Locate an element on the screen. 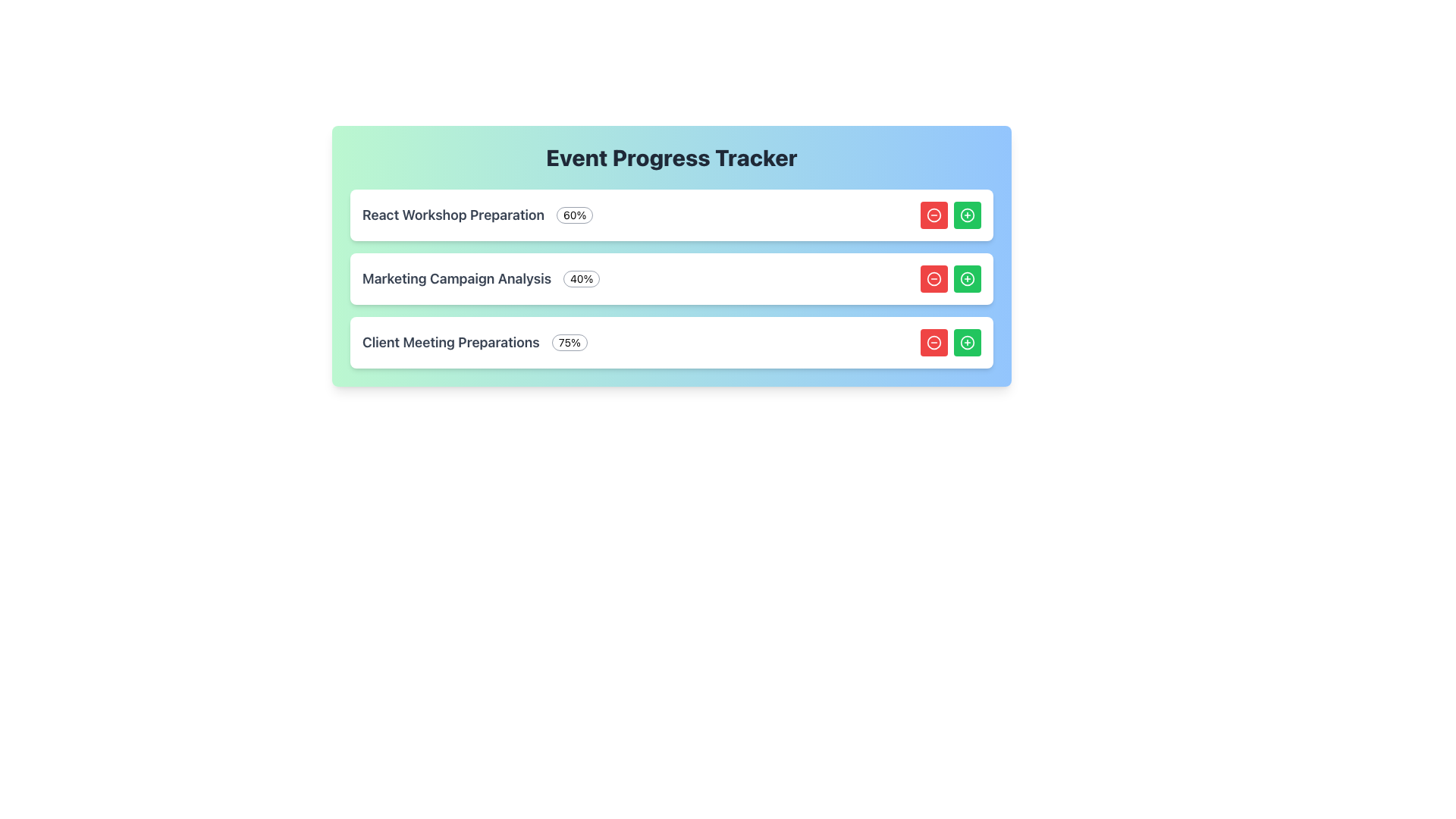 The width and height of the screenshot is (1456, 819). the red rectangular button with a white circular minus icon, located to the left of the green button in the 'React Workshop Preparation' row for keyboard navigation is located at coordinates (934, 215).